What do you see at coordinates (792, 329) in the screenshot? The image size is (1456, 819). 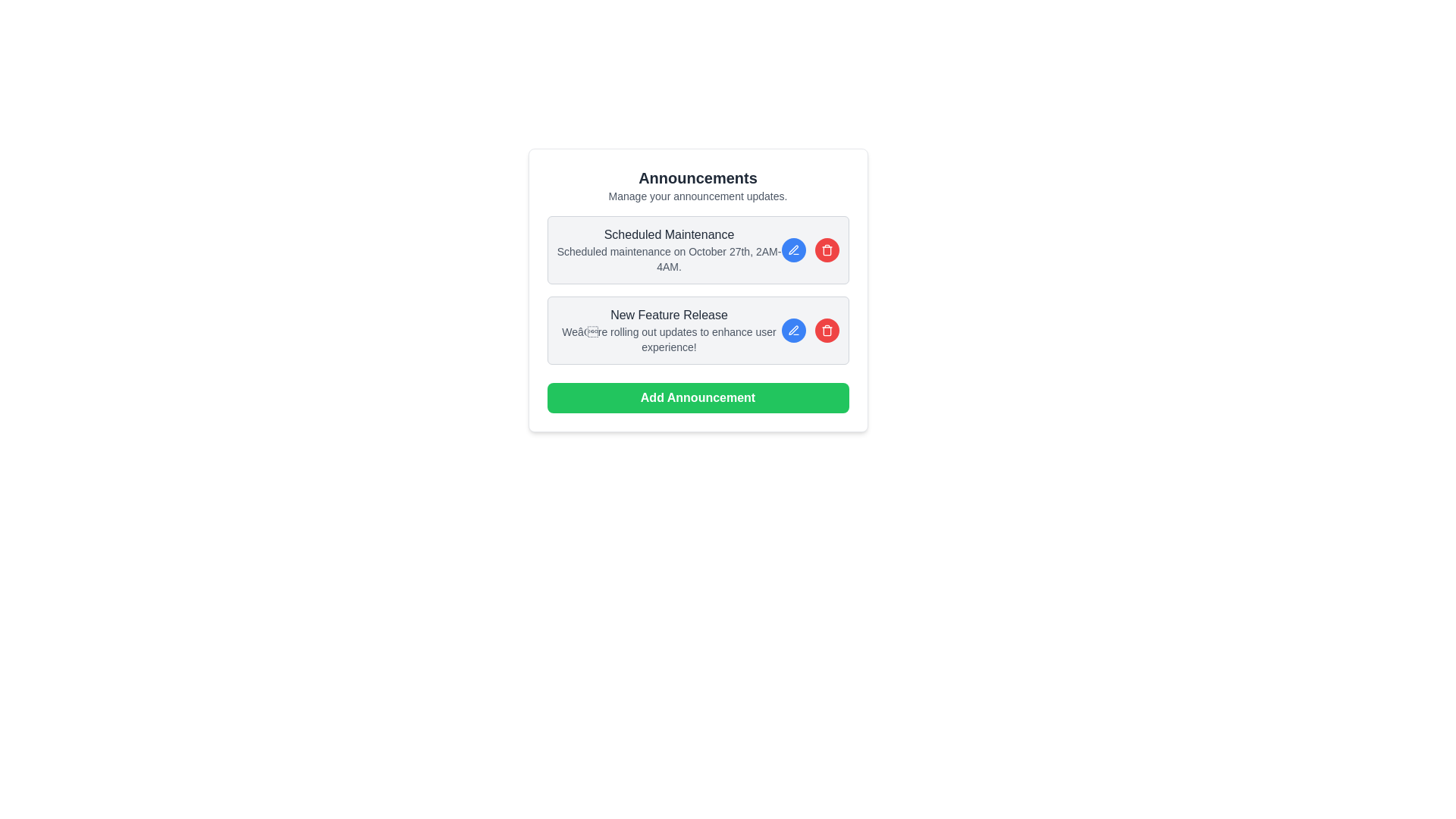 I see `the edit button located to the right of the 'New Feature Release' announcement` at bounding box center [792, 329].